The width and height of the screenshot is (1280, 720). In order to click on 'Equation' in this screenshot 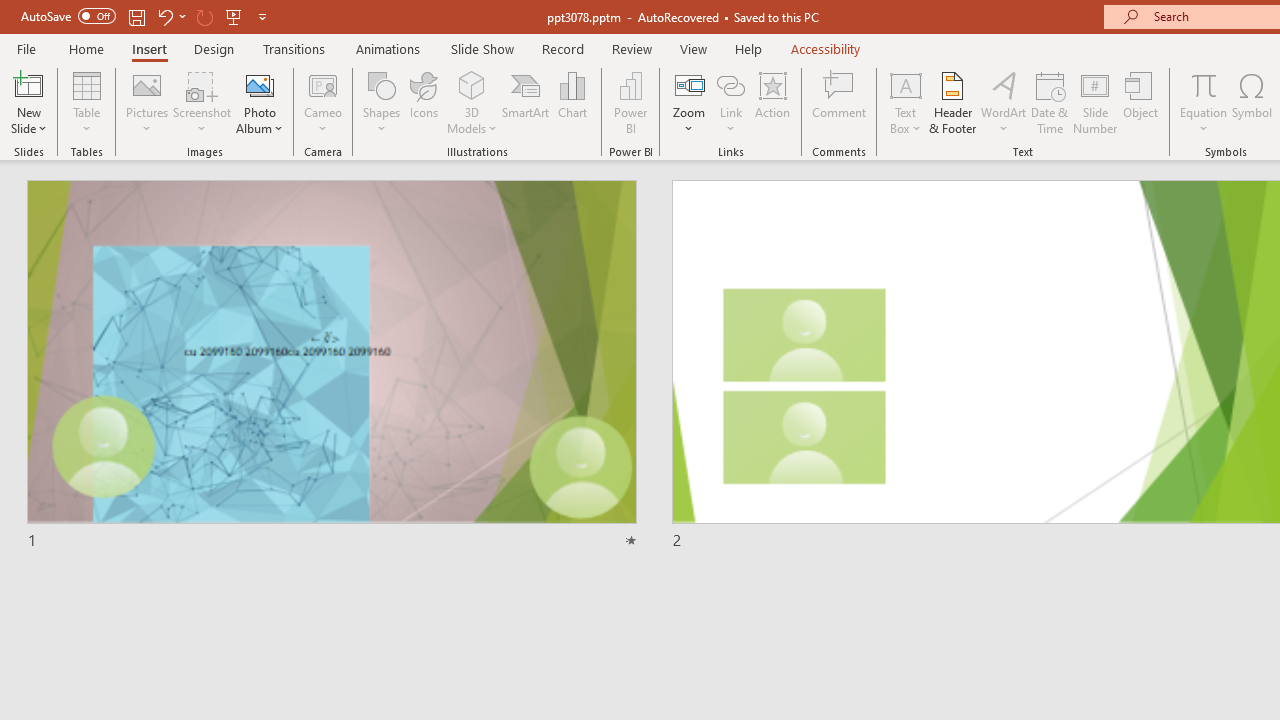, I will do `click(1202, 103)`.